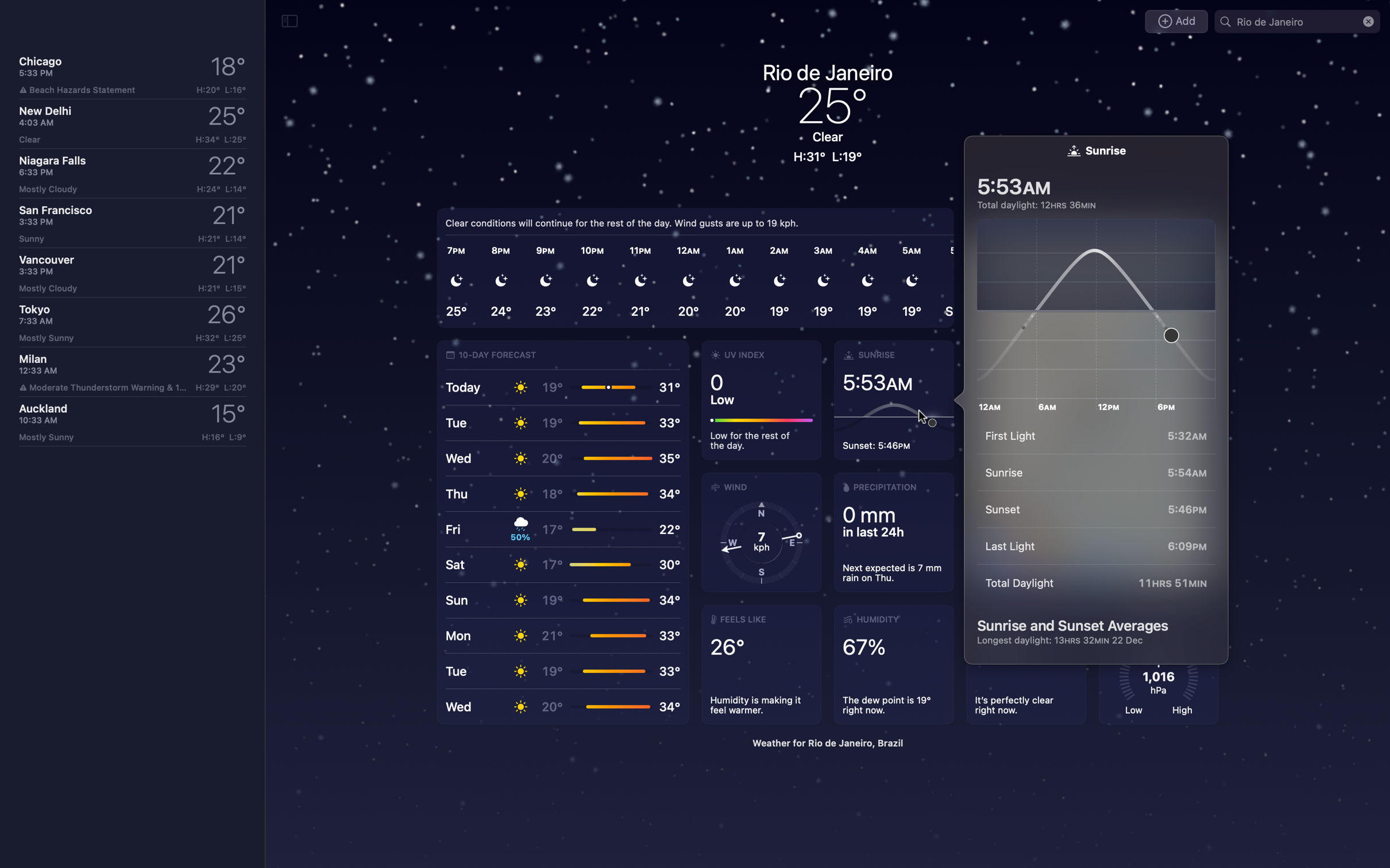  Describe the element at coordinates (762, 532) in the screenshot. I see `Determine the velocity of wind in Rio de Janeiro` at that location.